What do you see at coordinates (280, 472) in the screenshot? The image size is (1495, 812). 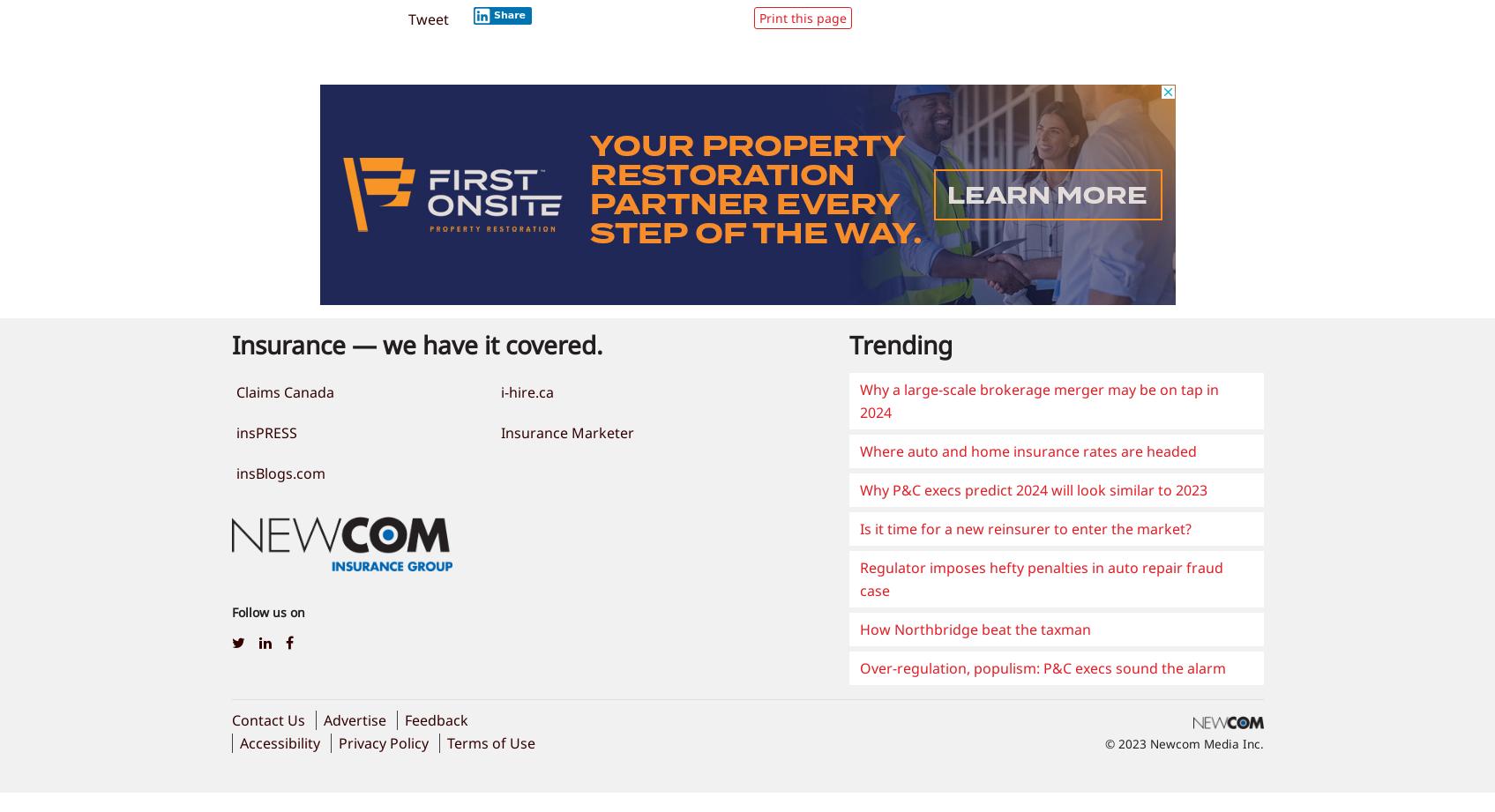 I see `'insBlogs.com'` at bounding box center [280, 472].